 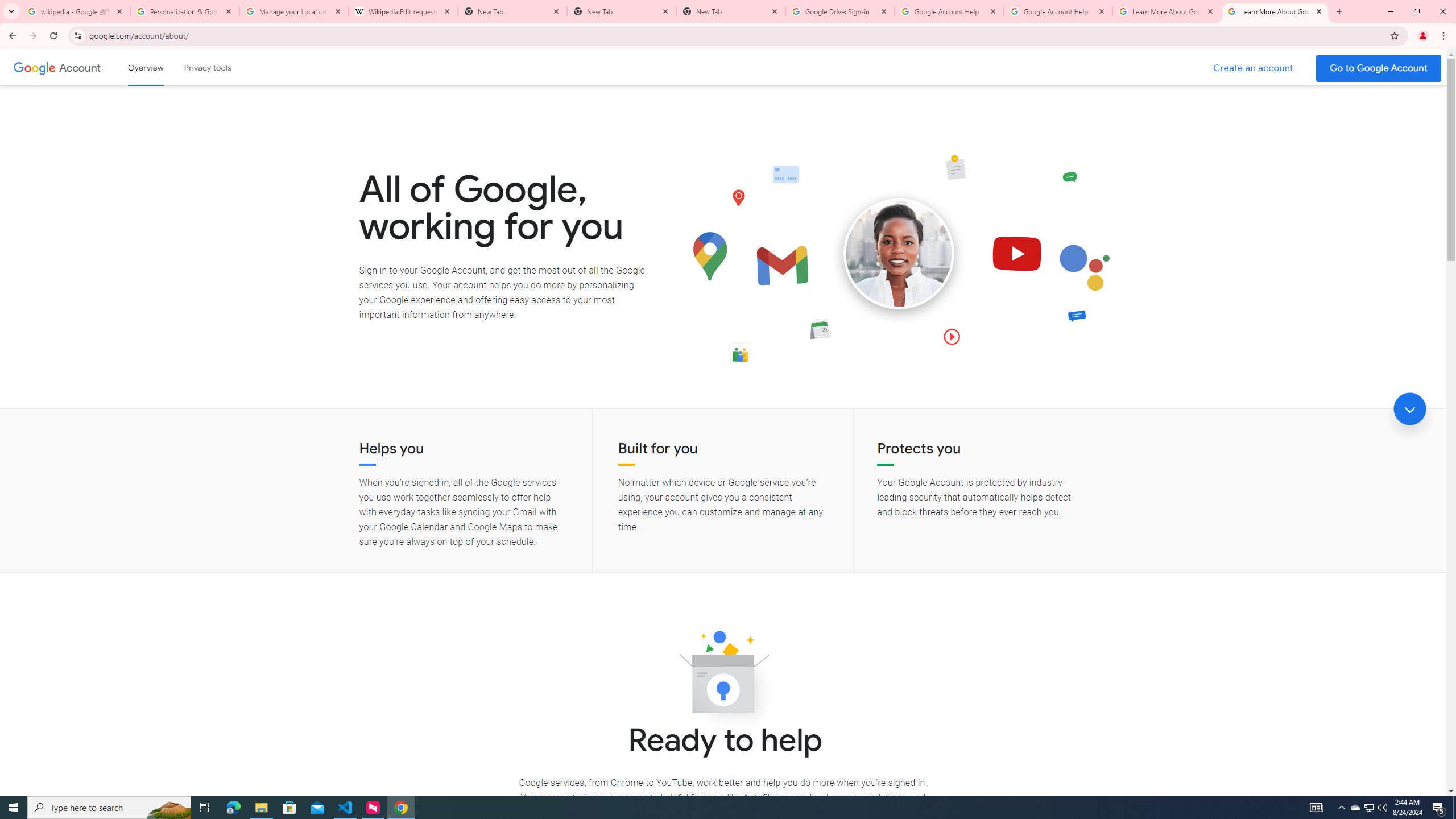 I want to click on 'Manage your Location History - Google Search Help', so click(x=294, y=11).